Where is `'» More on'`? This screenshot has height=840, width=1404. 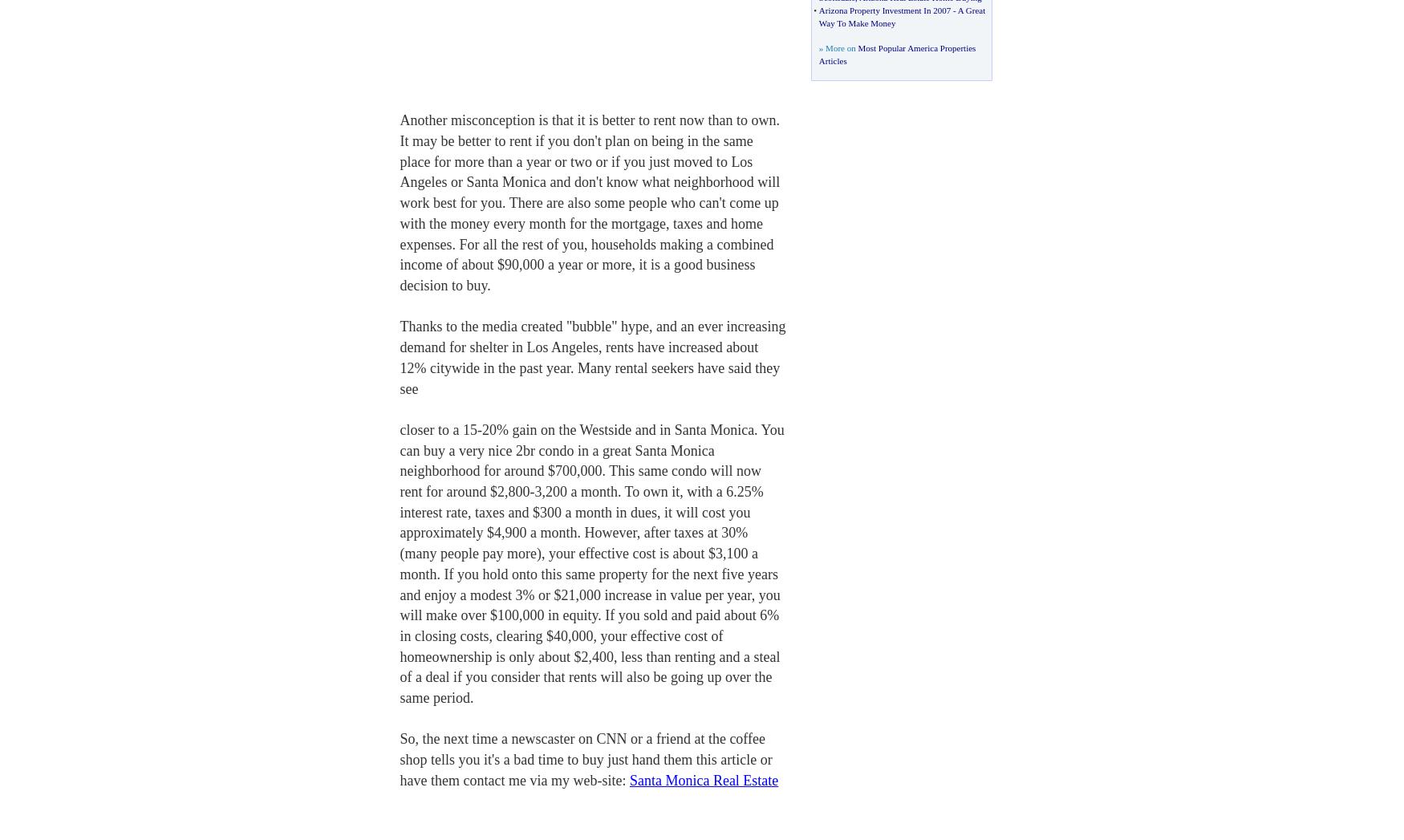
'» More on' is located at coordinates (837, 47).